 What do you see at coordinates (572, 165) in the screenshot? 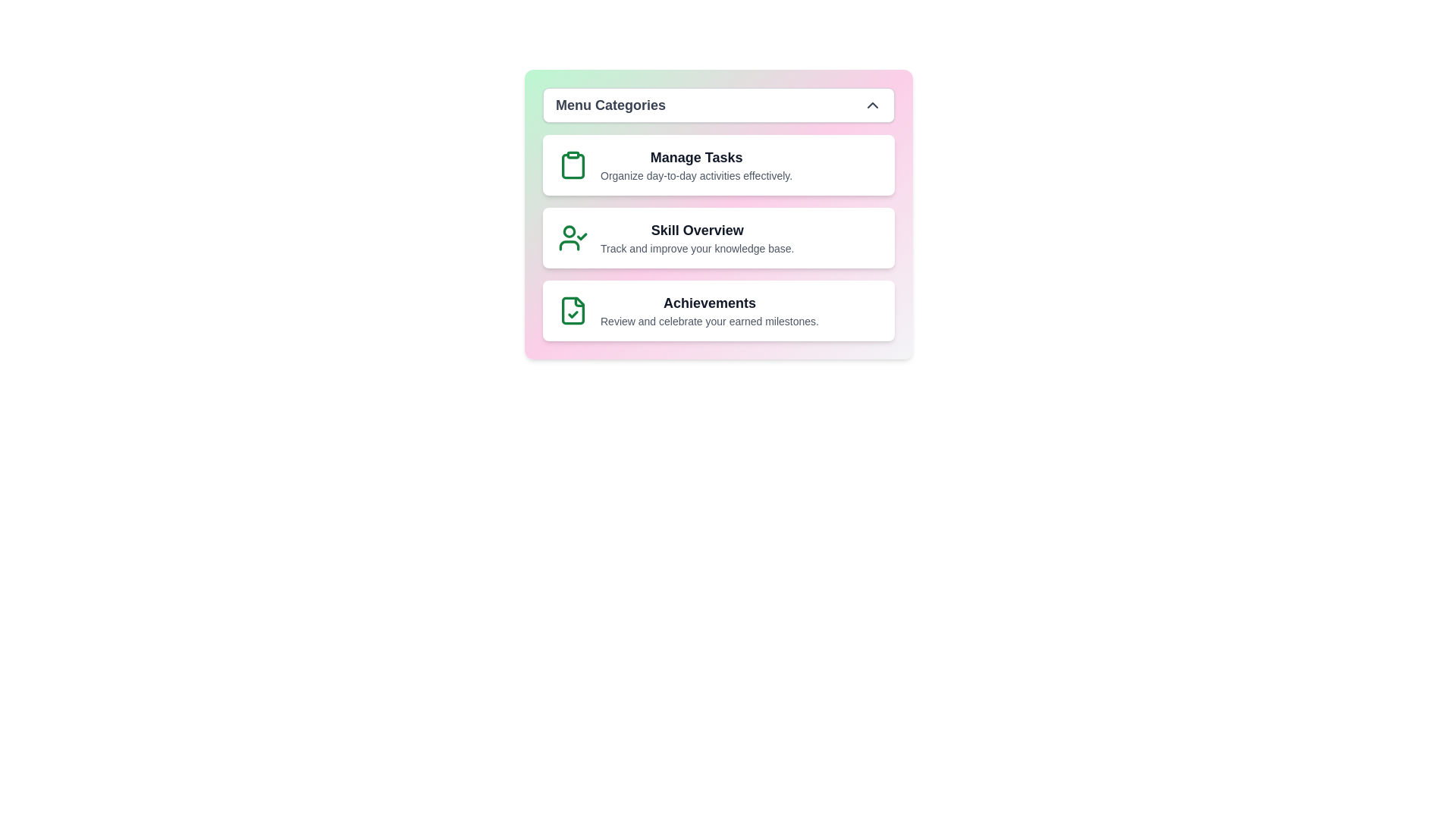
I see `the icon associated with the Manage Tasks category` at bounding box center [572, 165].